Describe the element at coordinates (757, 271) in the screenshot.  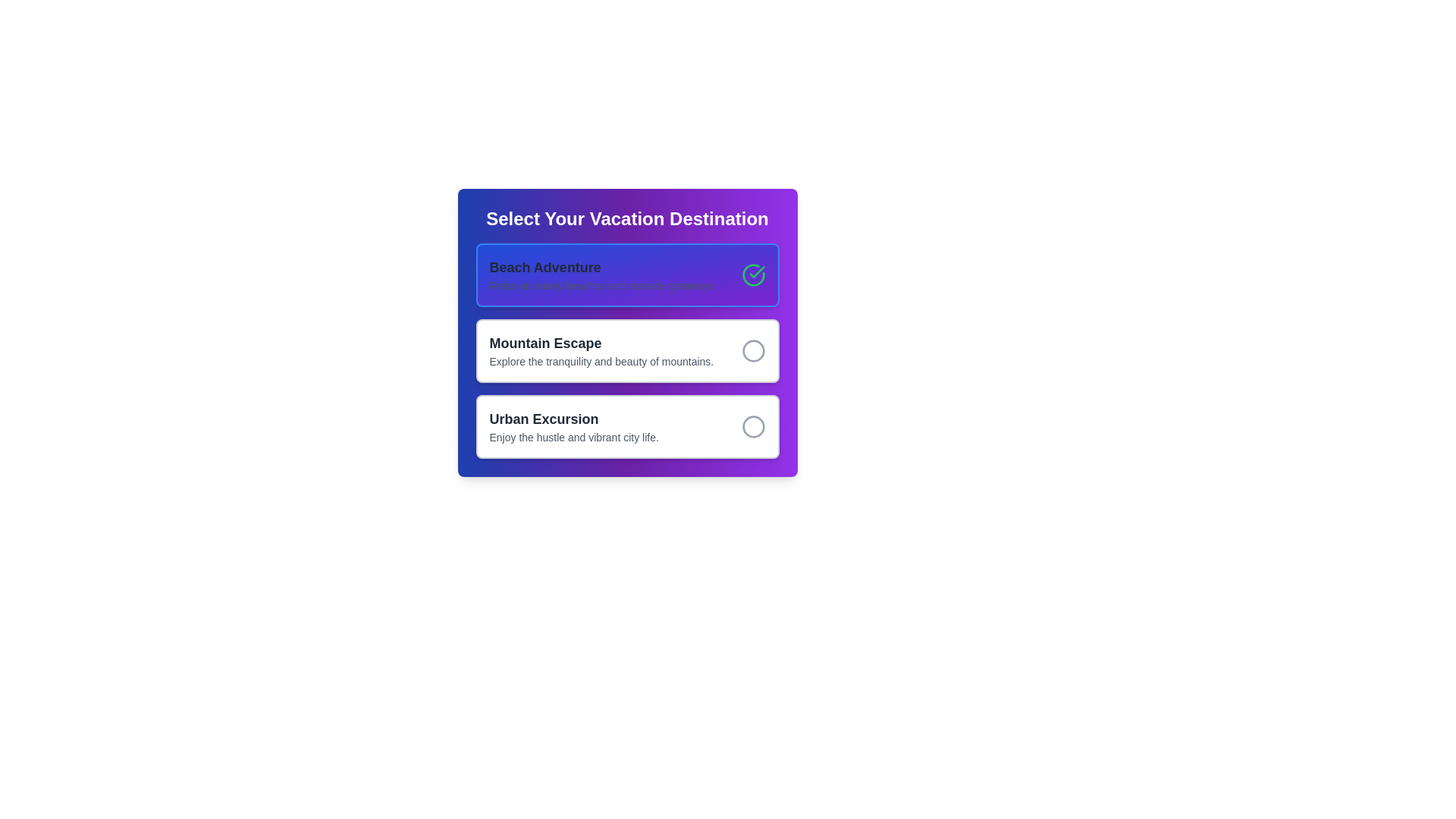
I see `the green checkmark icon located in the top-right corner of the selectable card titled 'Beach Adventure'` at that location.